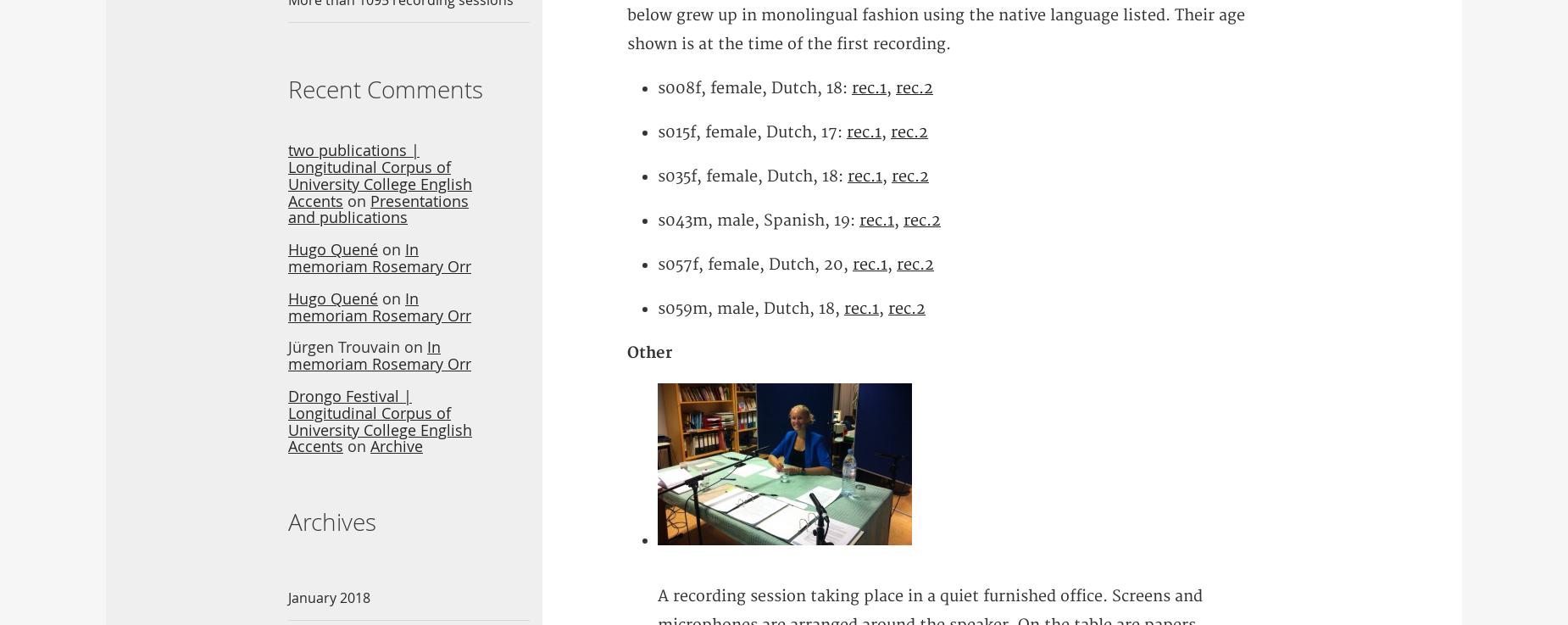  Describe the element at coordinates (754, 265) in the screenshot. I see `'s057f, female, Dutch, 20,'` at that location.